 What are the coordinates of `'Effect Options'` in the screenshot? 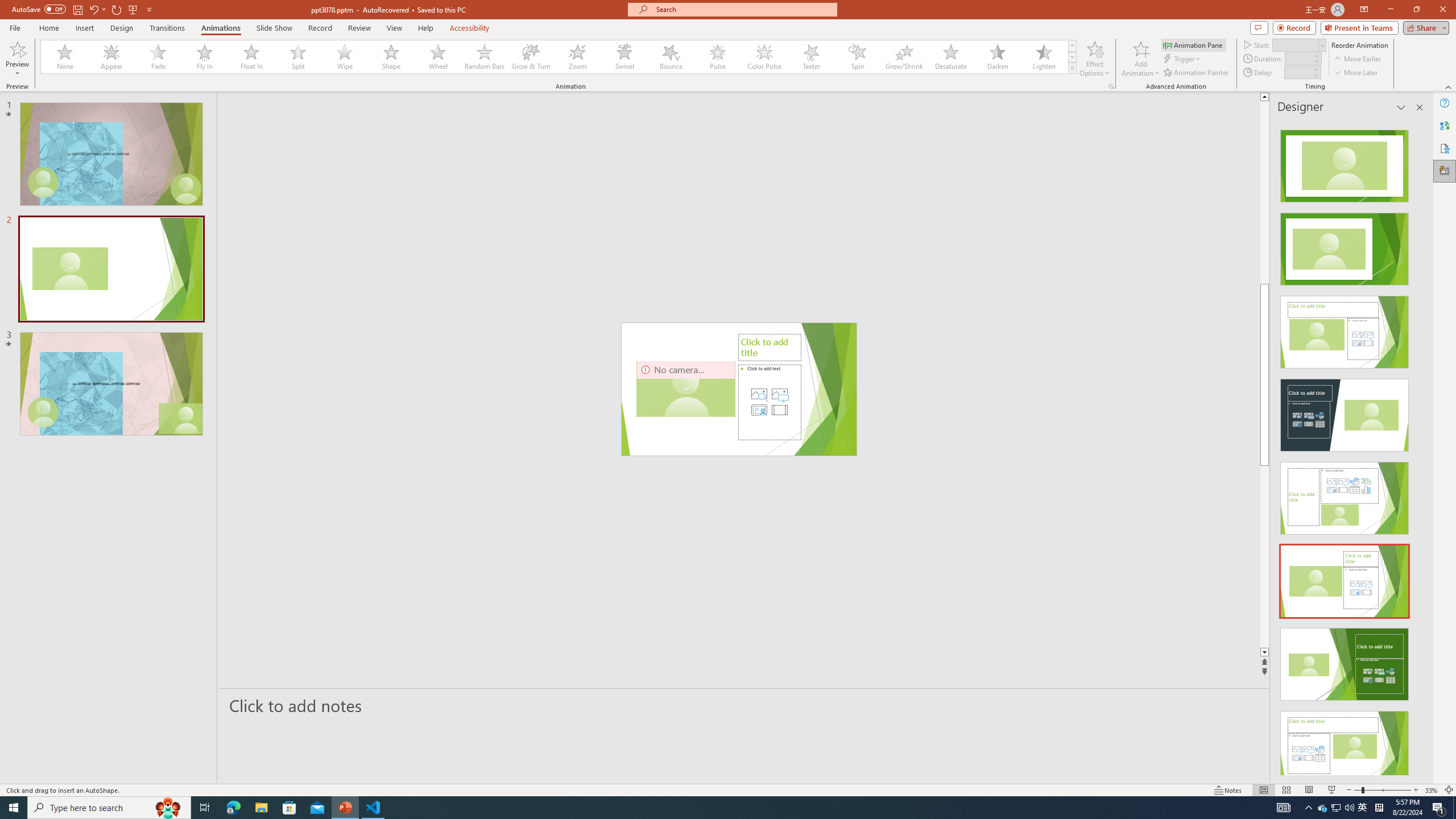 It's located at (1094, 59).